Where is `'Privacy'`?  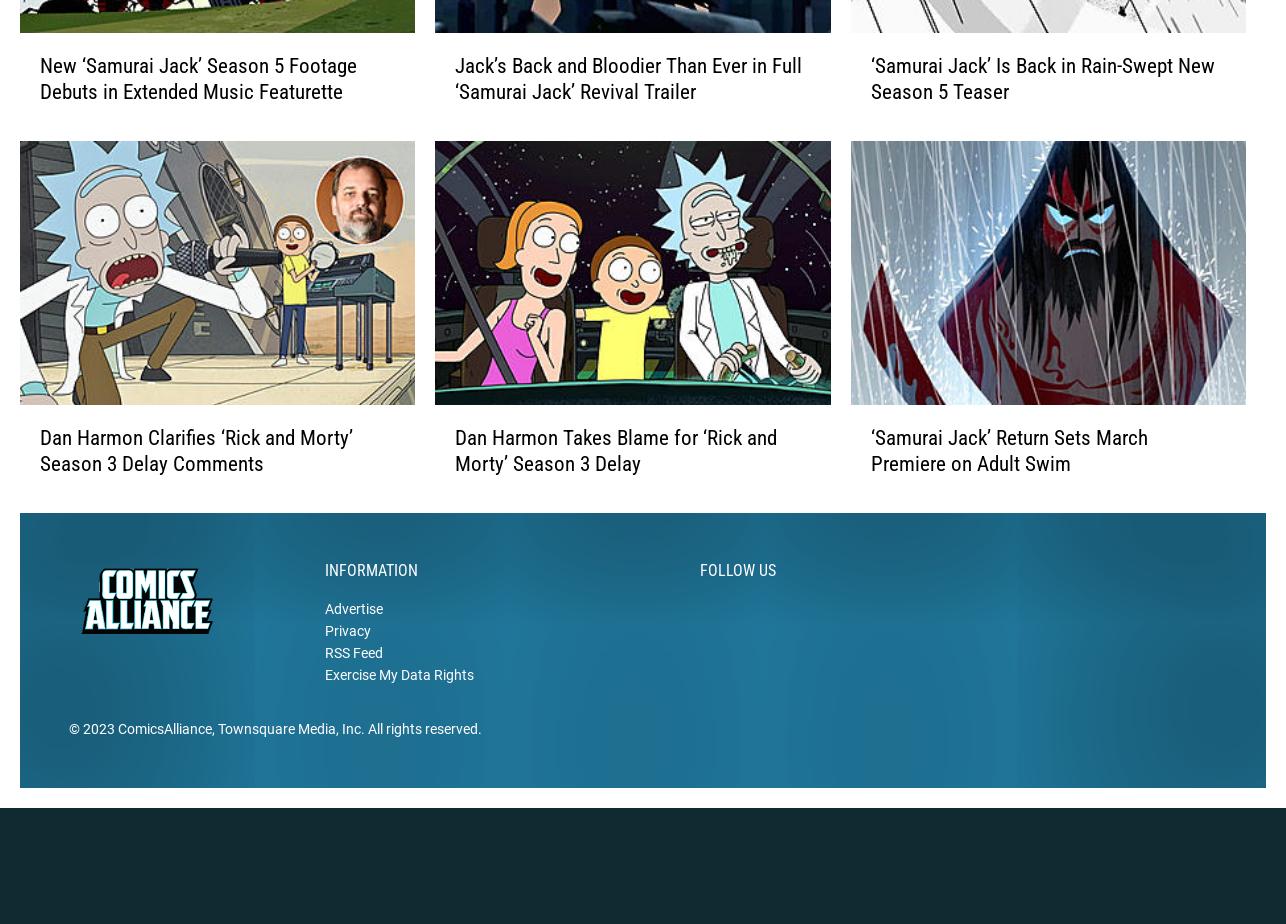
'Privacy' is located at coordinates (346, 662).